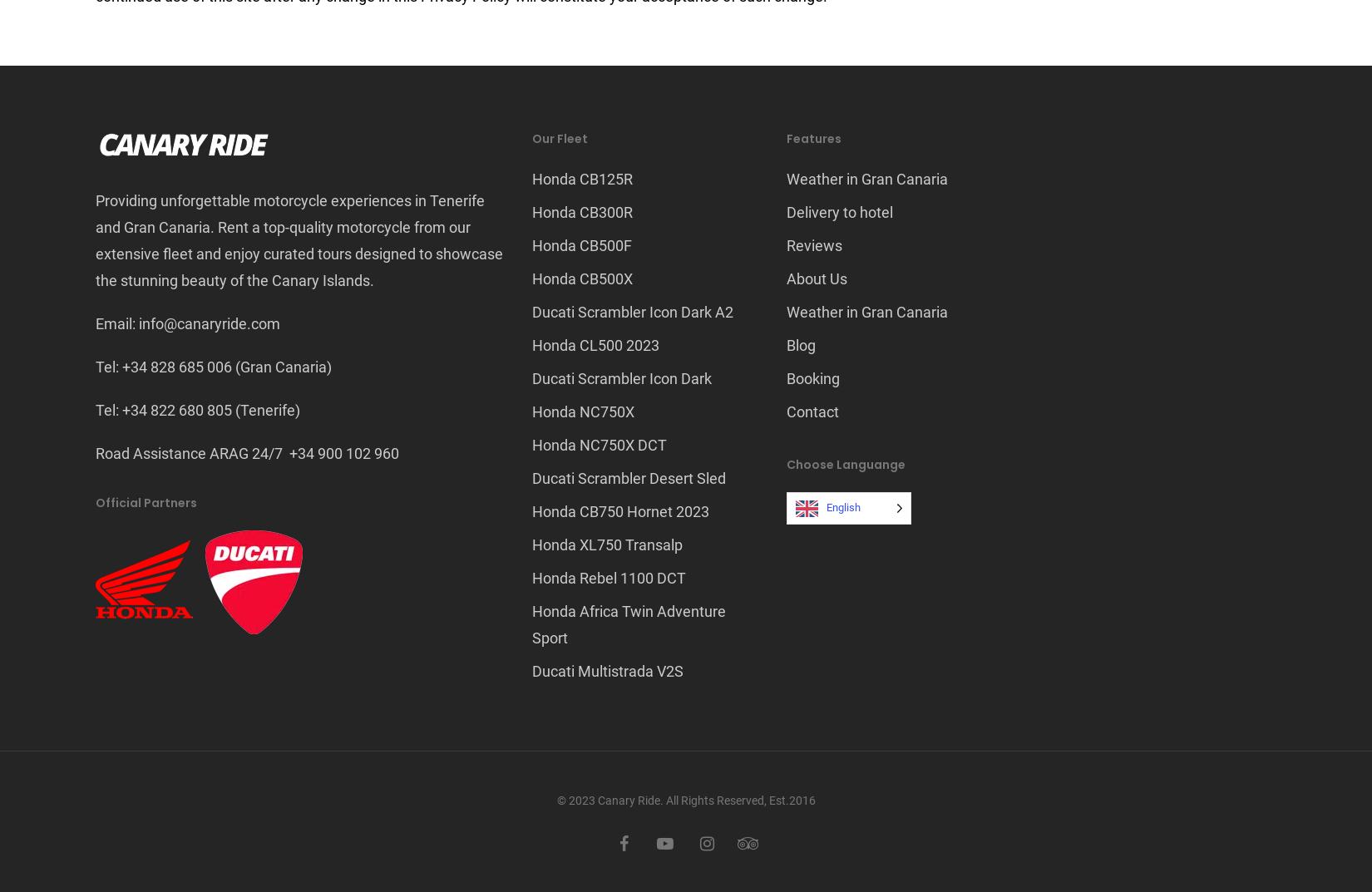  I want to click on 'Providing unforgettable motorcycle experiences in Tenerife and Gran Canaria. Rent a top-quality motorcycle from our extensive fleet and enjoy curated tours designed to showcase the stunning beauty of the Canary Islands.', so click(299, 239).